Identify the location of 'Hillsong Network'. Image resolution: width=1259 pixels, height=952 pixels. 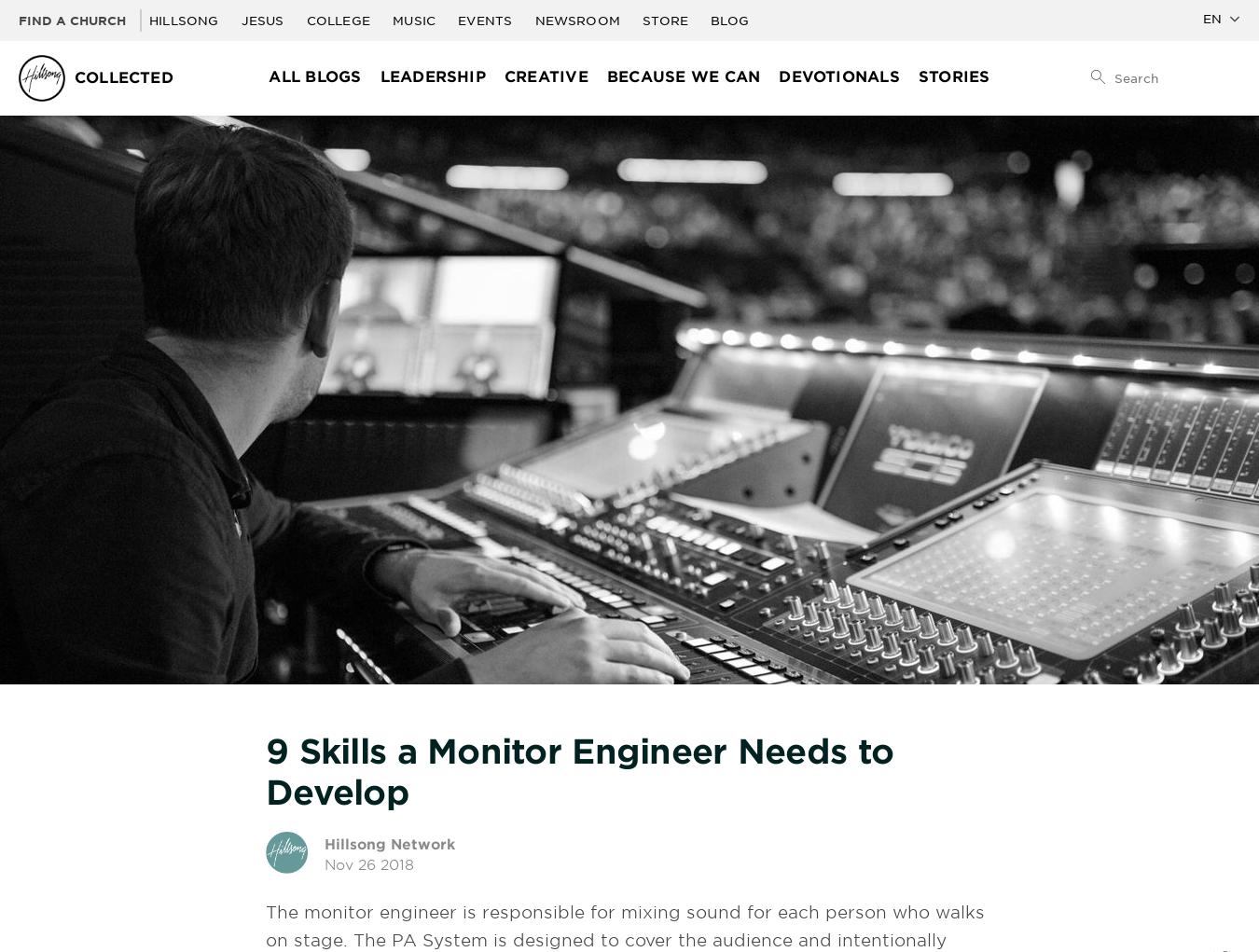
(389, 845).